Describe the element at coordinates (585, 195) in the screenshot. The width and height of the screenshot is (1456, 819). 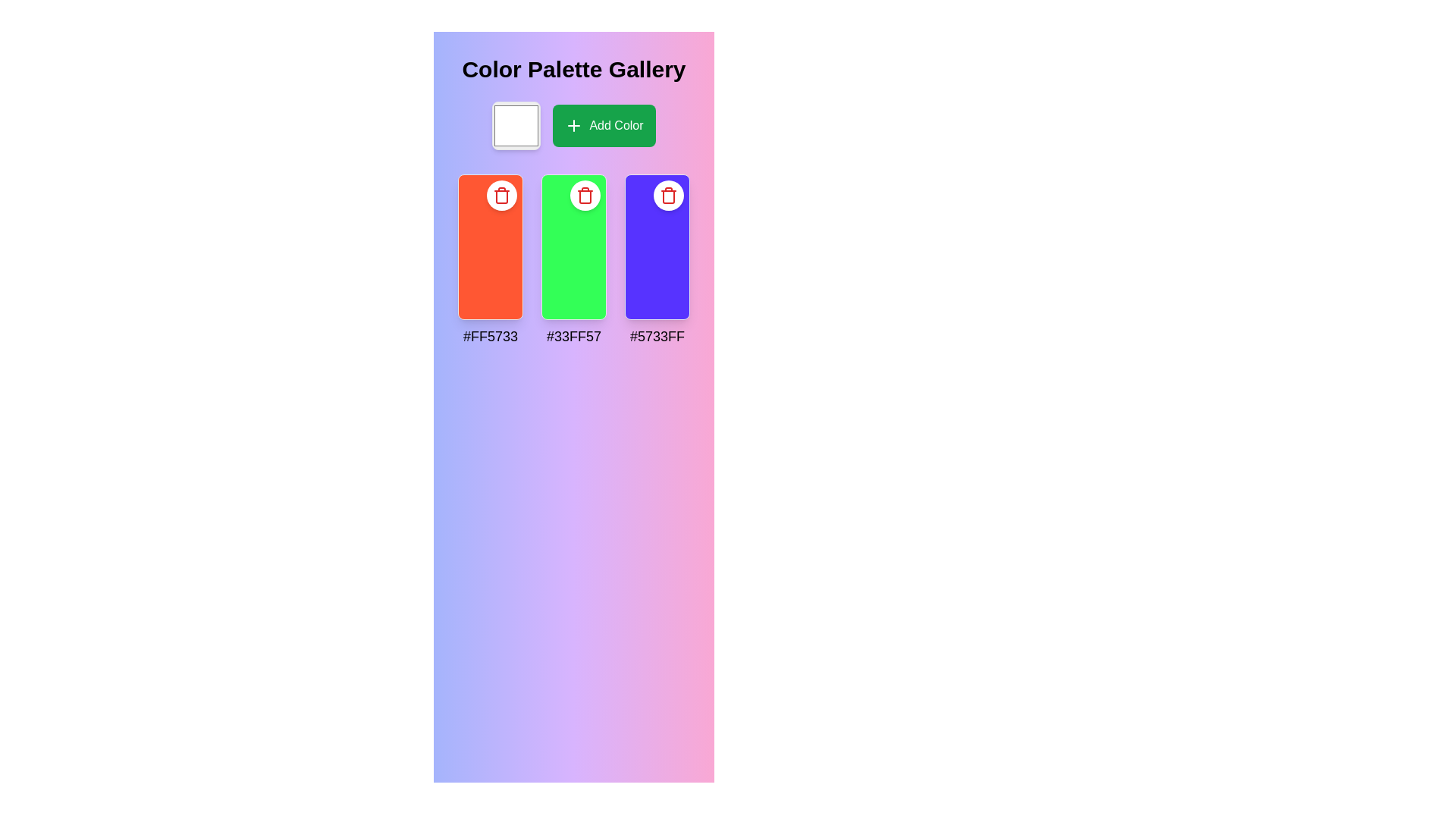
I see `the delete button located at the top-right corner of the green color card labeled '#33FF57' in the Color Palette Gallery` at that location.